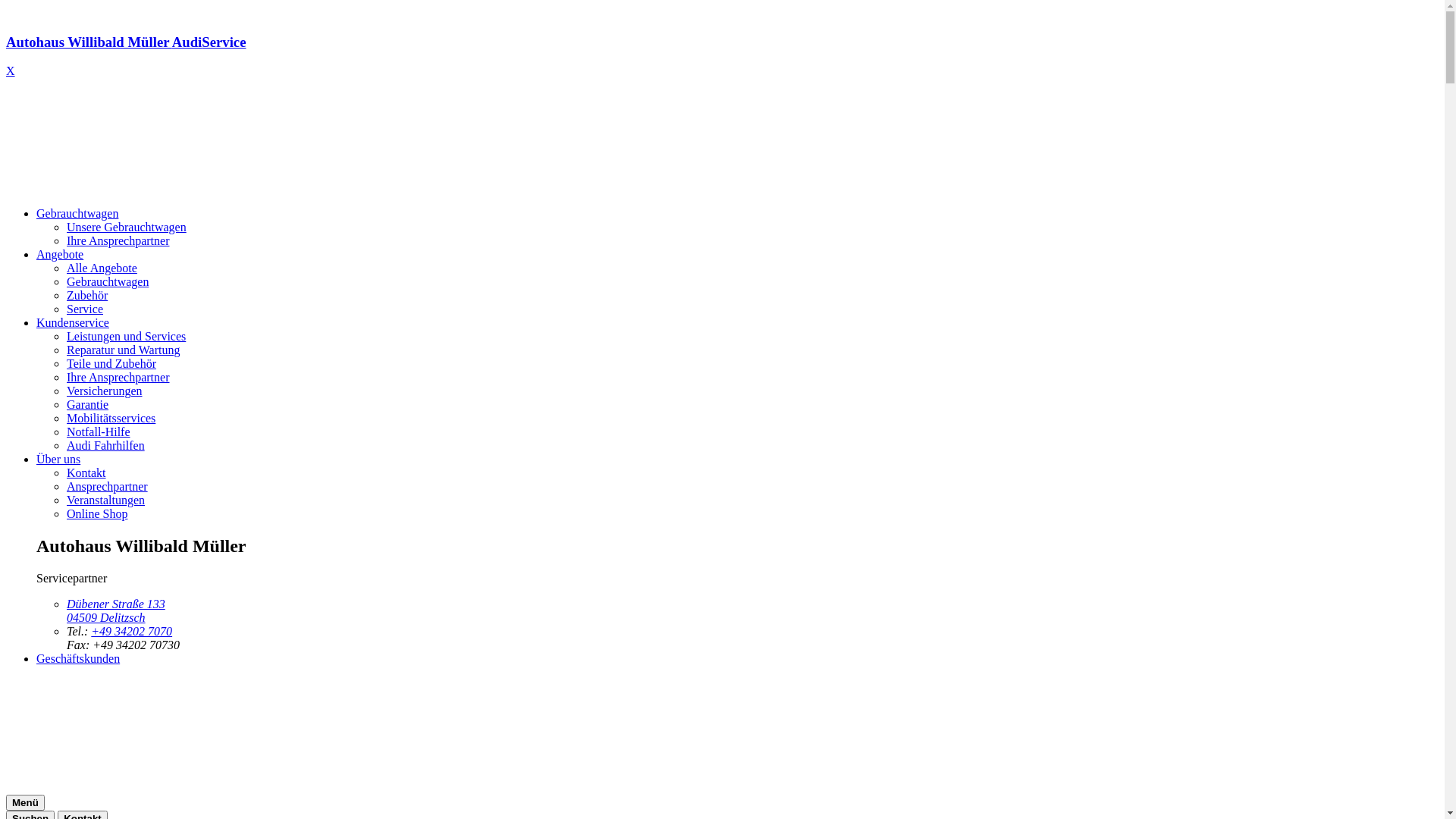  I want to click on 'Veranstaltungen', so click(105, 500).